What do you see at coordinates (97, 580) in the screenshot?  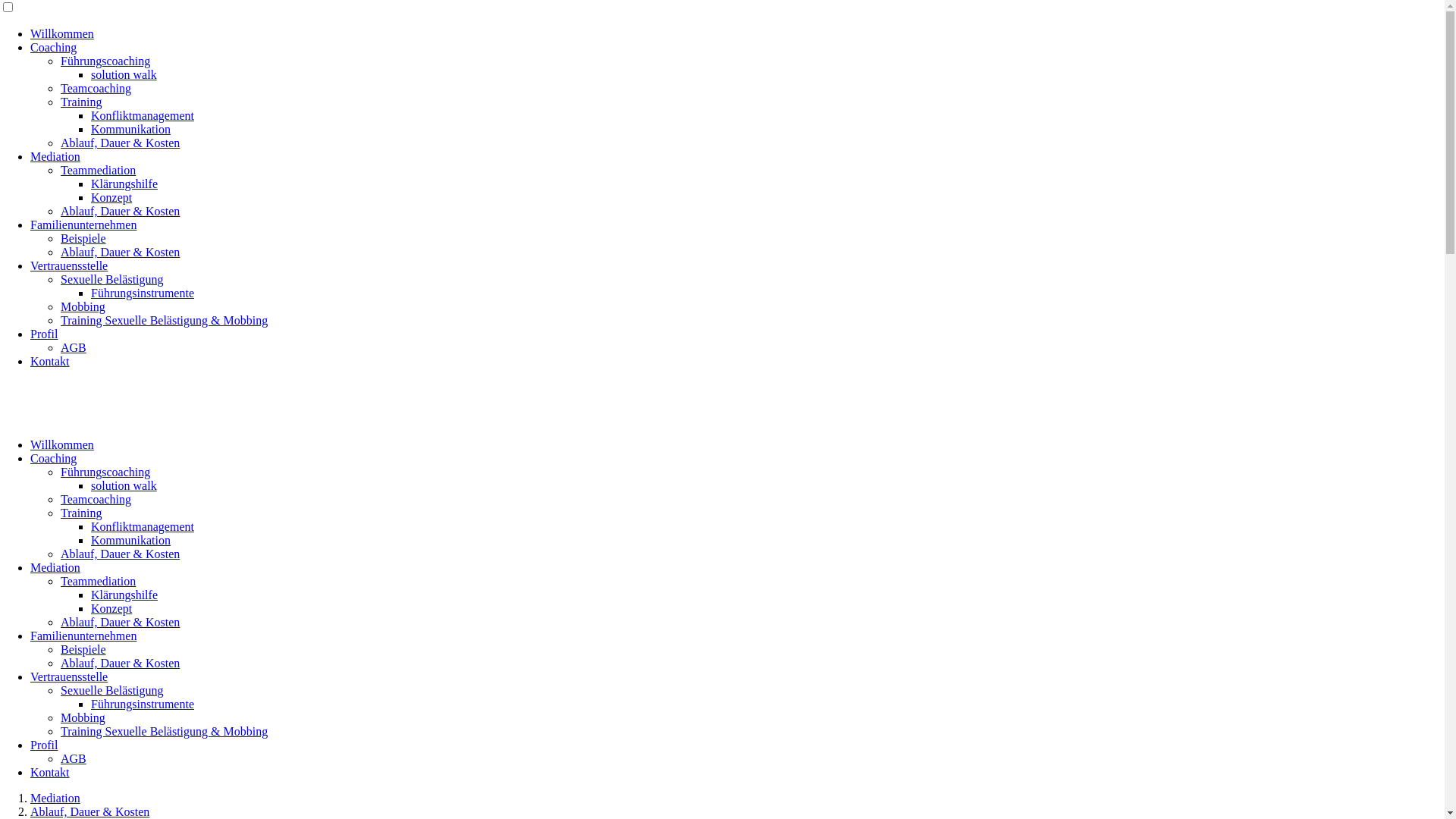 I see `'Teammediation'` at bounding box center [97, 580].